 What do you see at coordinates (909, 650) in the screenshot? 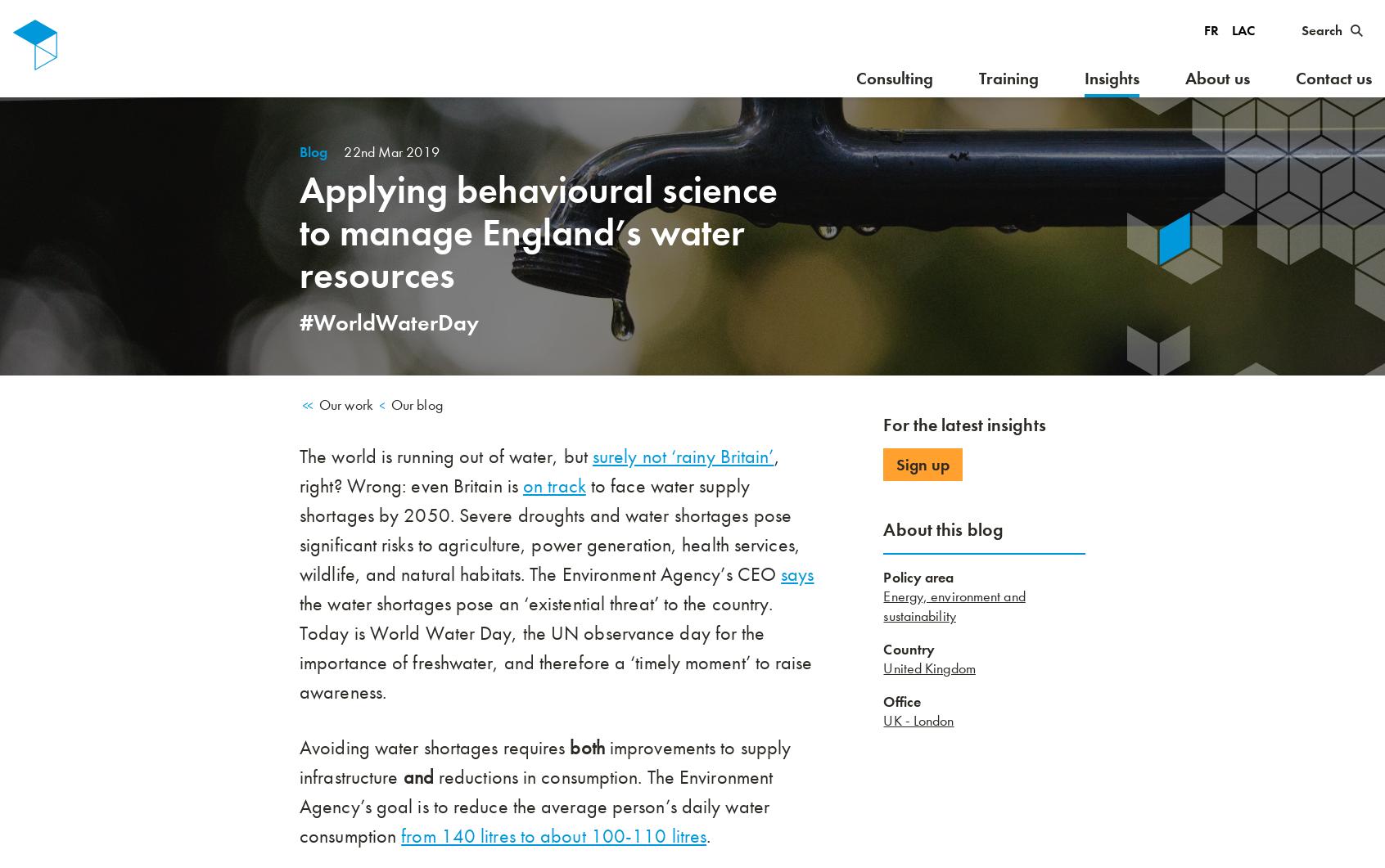
I see `'Country'` at bounding box center [909, 650].